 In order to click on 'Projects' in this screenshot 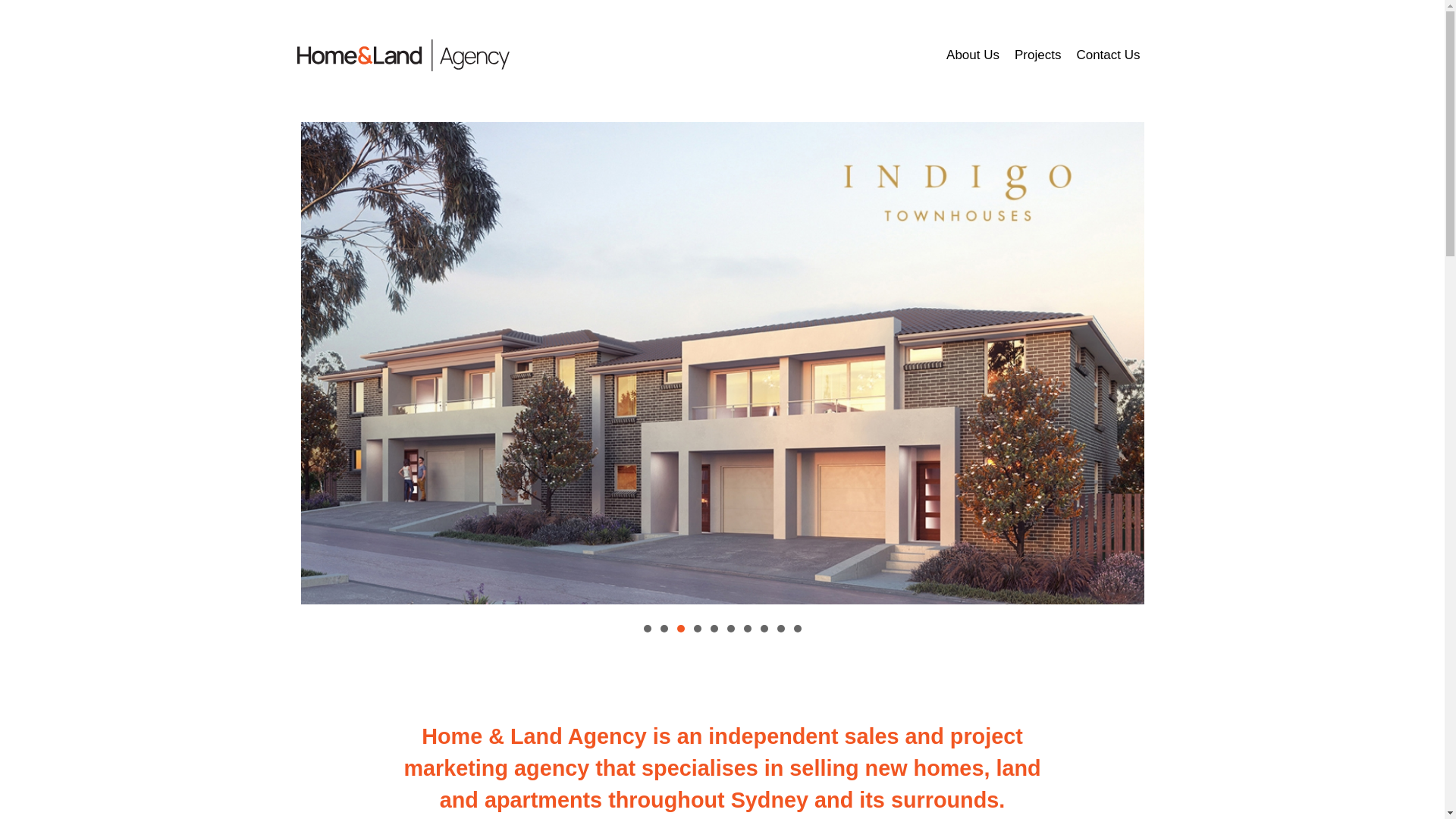, I will do `click(1037, 55)`.